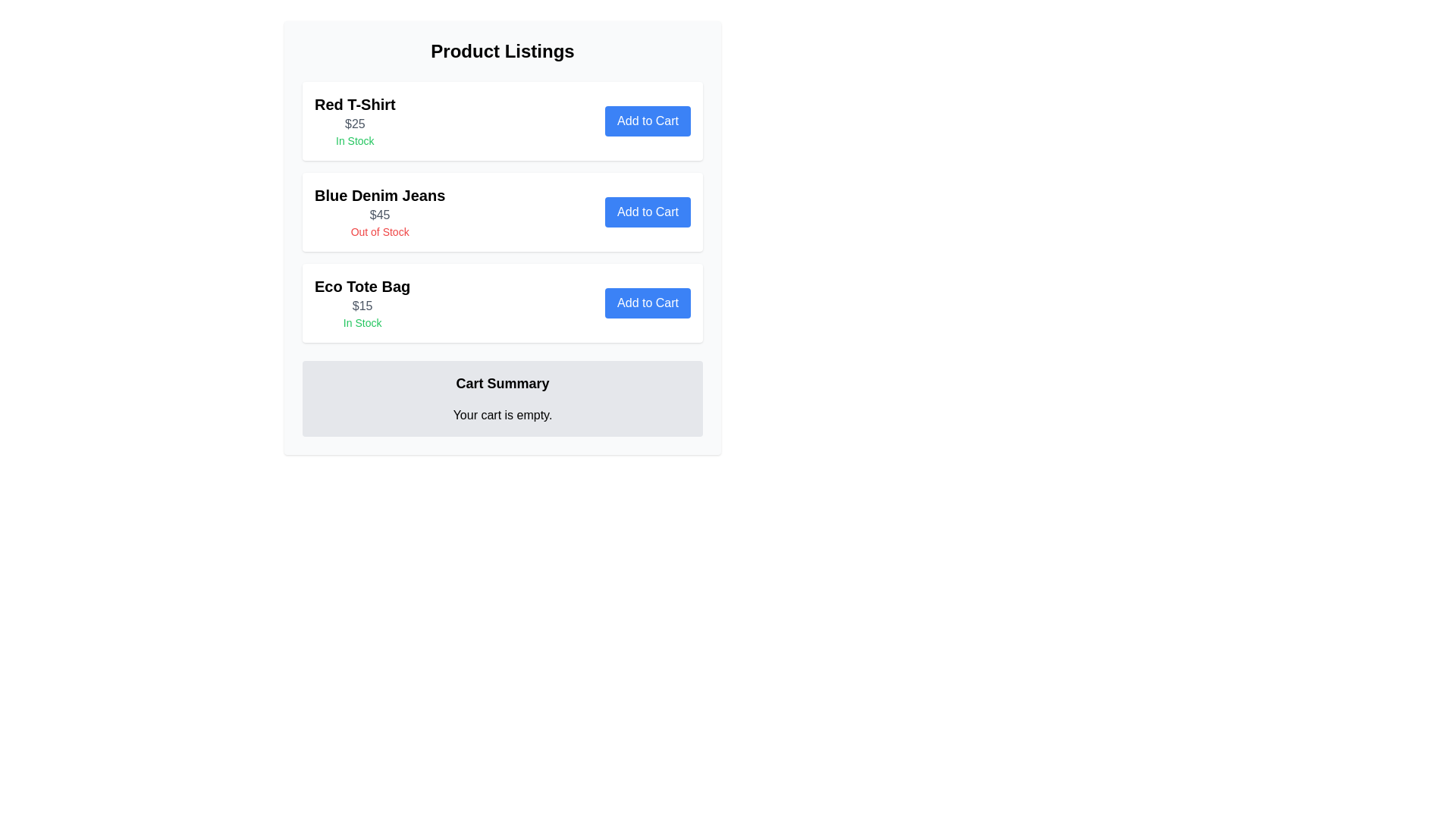 The height and width of the screenshot is (819, 1456). What do you see at coordinates (648, 120) in the screenshot?
I see `the 'Add to Cart' button for the 'Red T-Shirt'` at bounding box center [648, 120].